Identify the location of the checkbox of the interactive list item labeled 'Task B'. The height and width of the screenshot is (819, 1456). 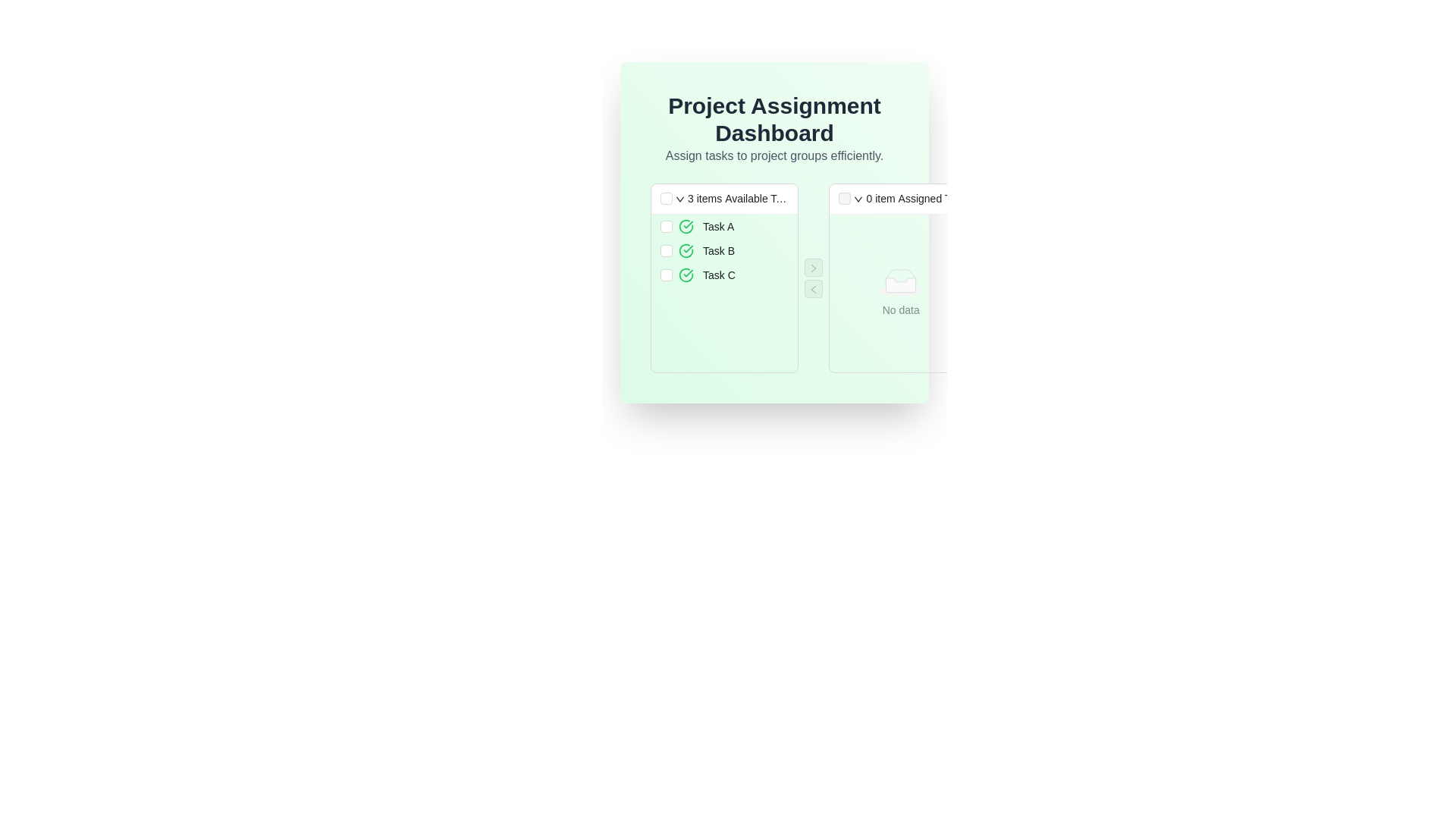
(723, 250).